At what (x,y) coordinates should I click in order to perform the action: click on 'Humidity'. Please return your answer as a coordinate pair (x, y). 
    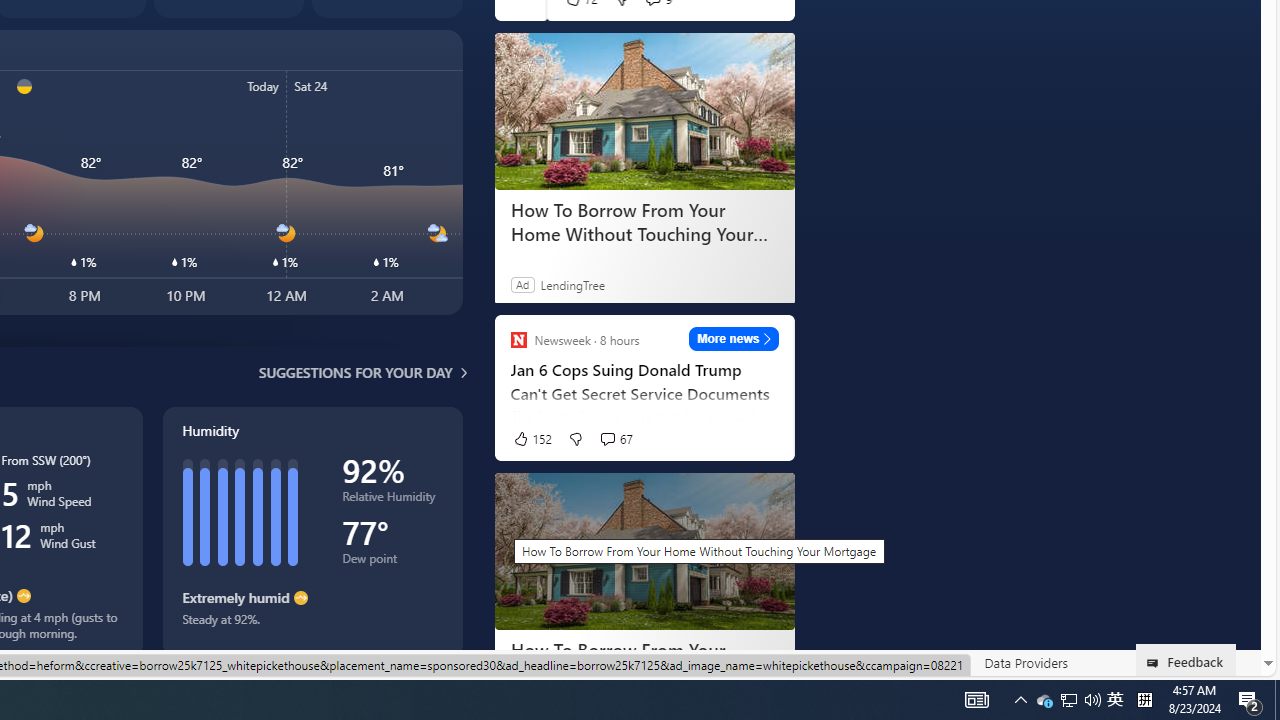
    Looking at the image, I should click on (311, 530).